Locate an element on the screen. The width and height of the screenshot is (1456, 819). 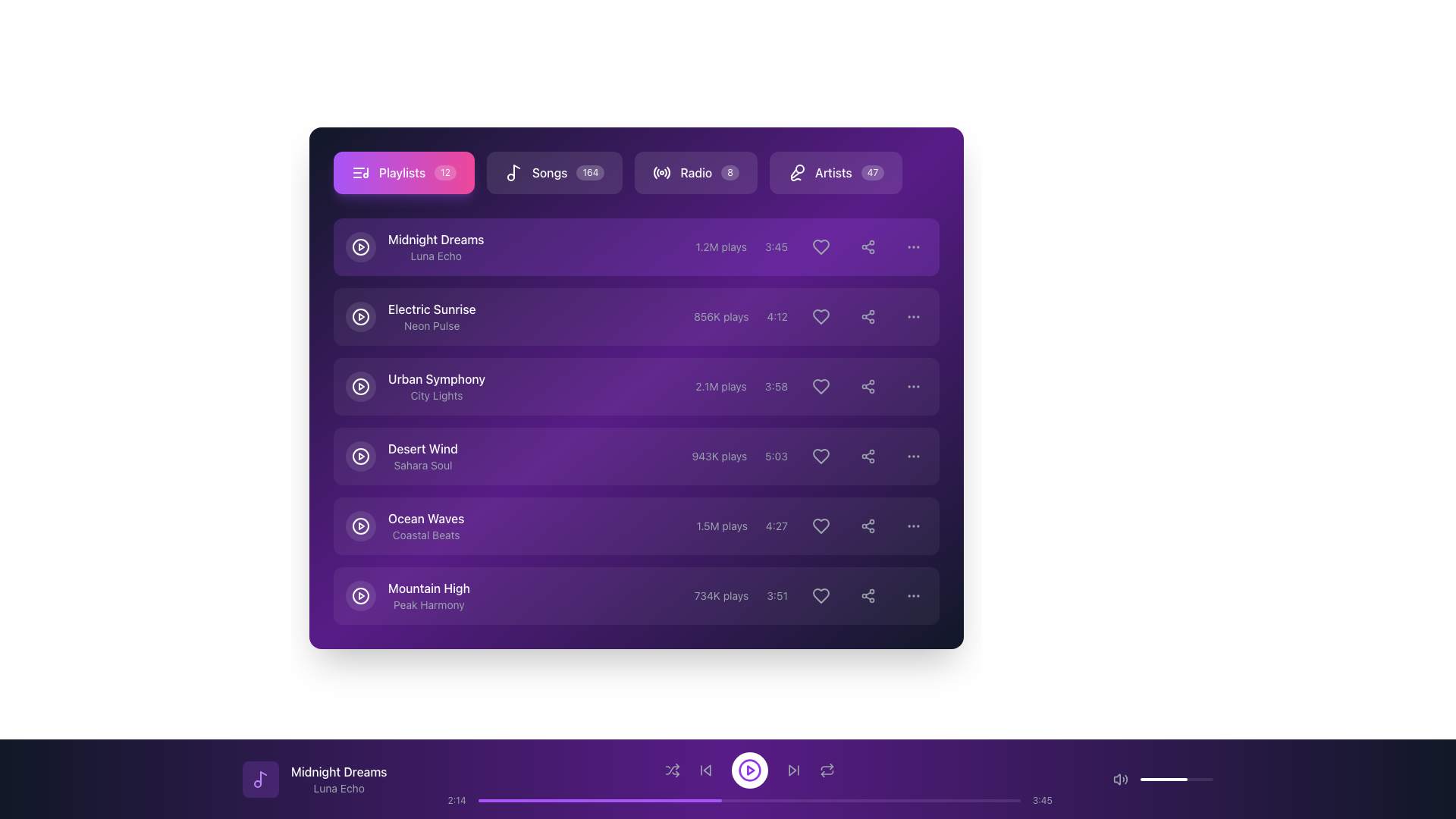
the circular button with a white background and purple play icon is located at coordinates (750, 770).